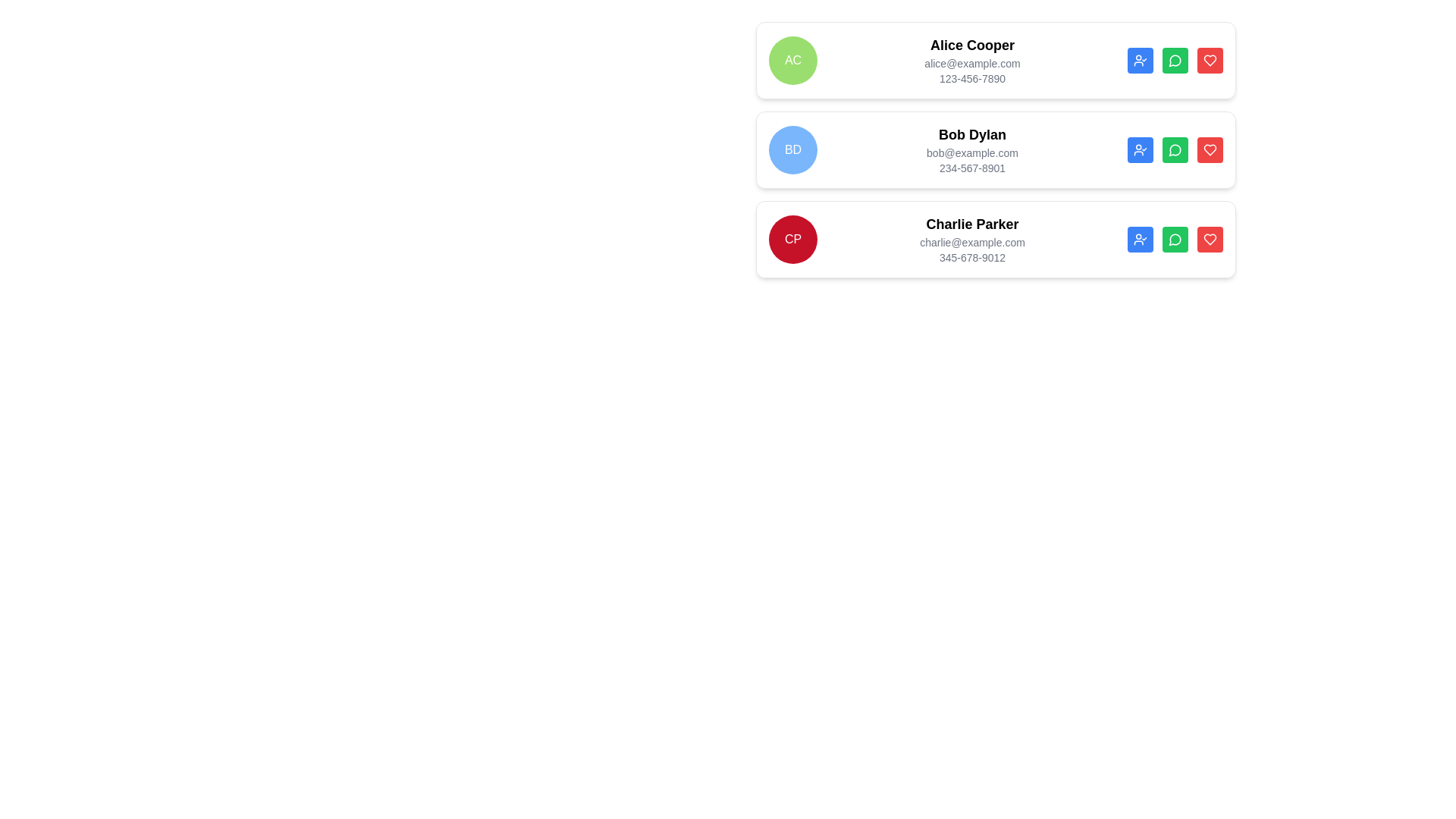  What do you see at coordinates (996, 60) in the screenshot?
I see `the first user profile card located at the top of the vertically stacked list of profile cards` at bounding box center [996, 60].